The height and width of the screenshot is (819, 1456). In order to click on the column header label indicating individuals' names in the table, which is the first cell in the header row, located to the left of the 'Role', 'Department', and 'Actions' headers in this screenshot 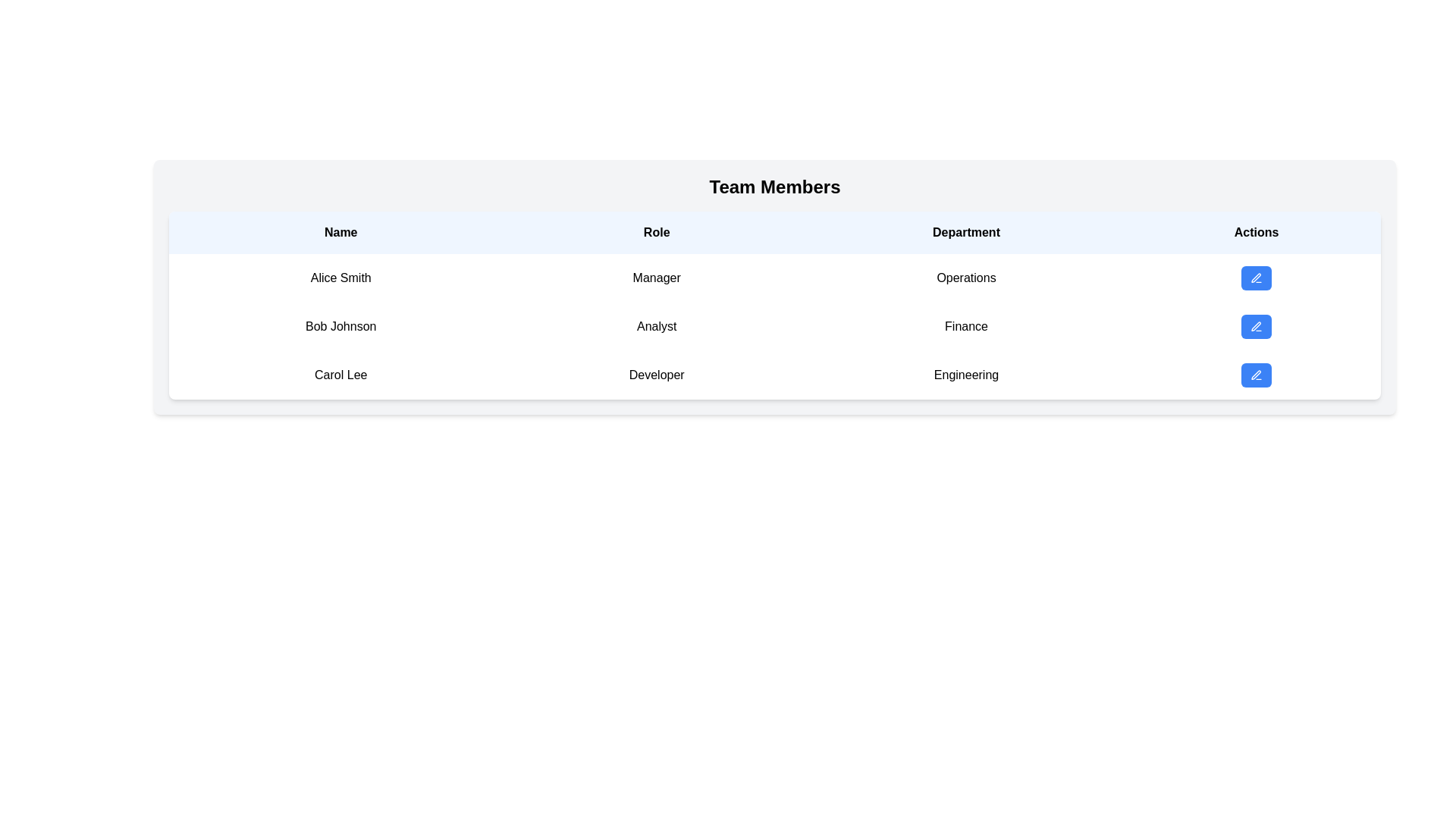, I will do `click(340, 233)`.